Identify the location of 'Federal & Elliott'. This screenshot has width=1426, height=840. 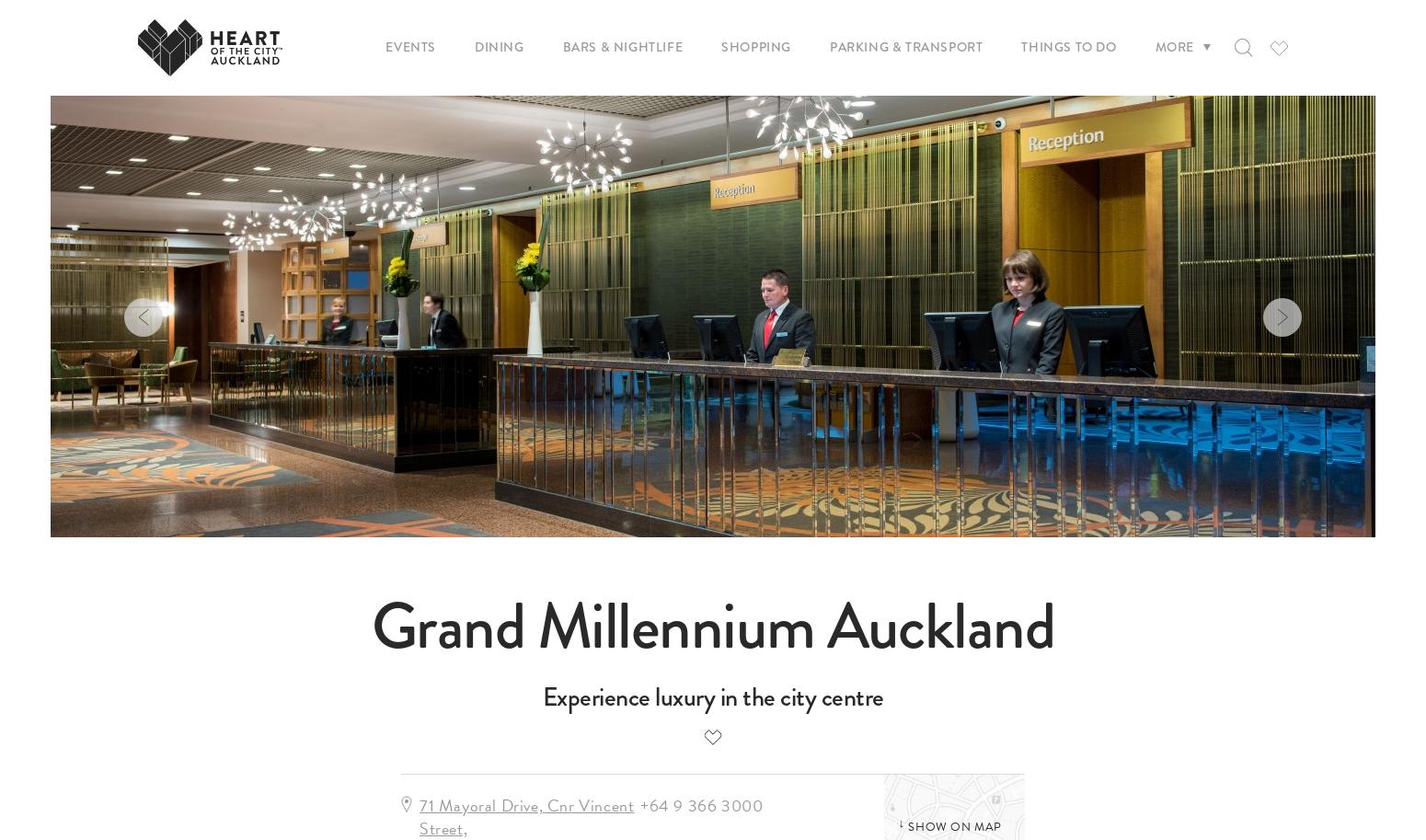
(499, 650).